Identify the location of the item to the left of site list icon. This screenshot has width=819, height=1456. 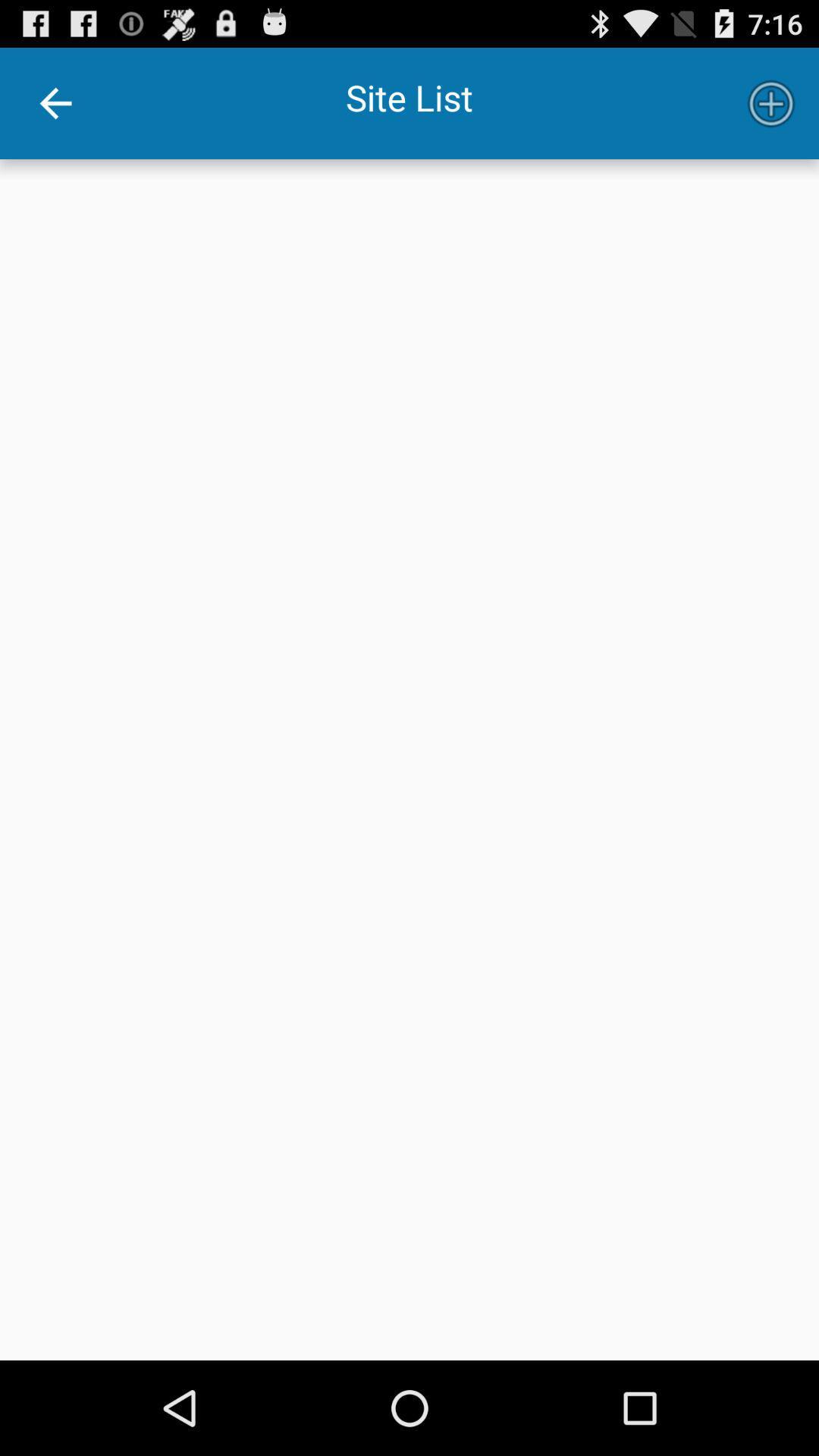
(55, 102).